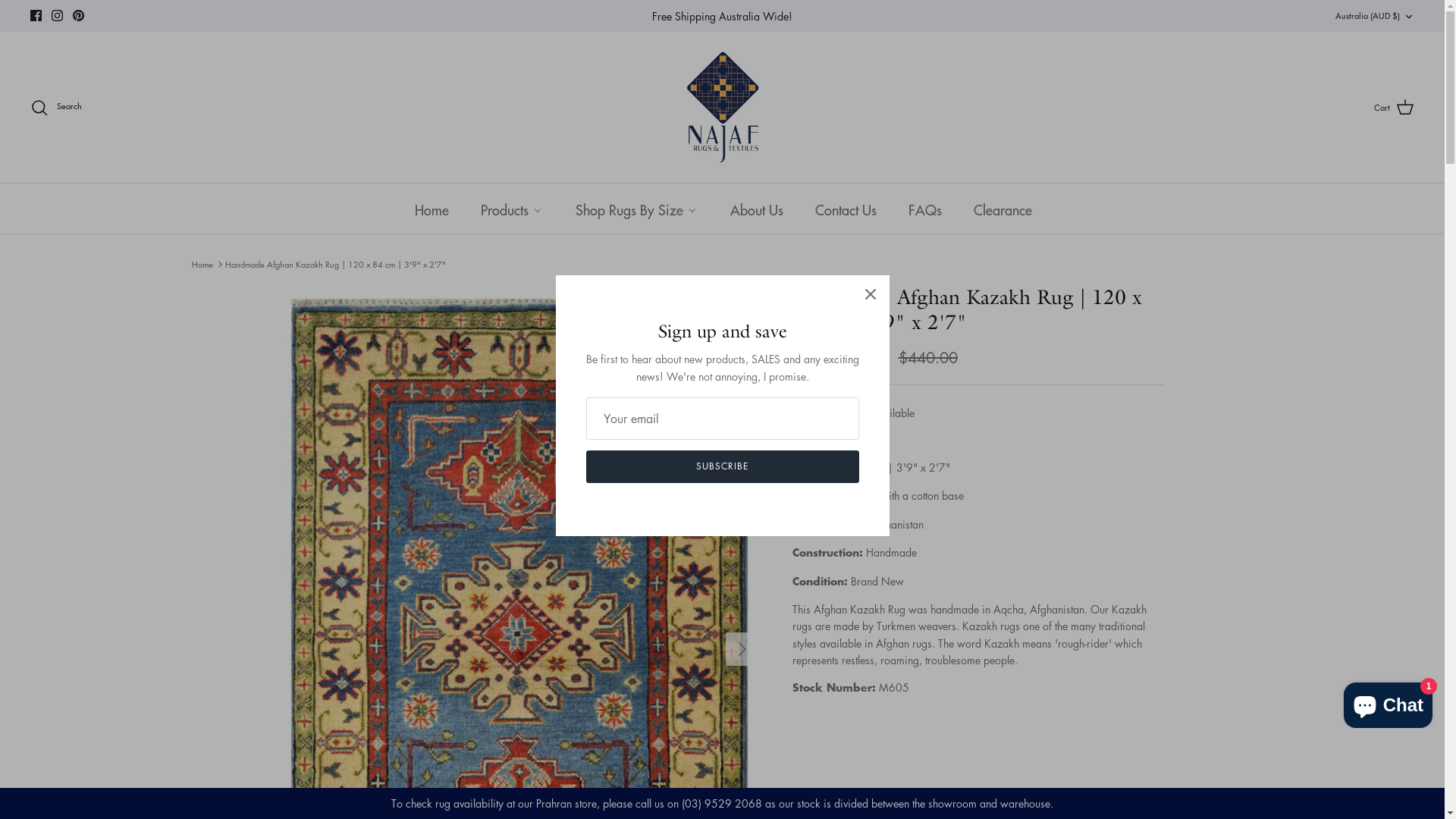  I want to click on 'Clearance', so click(1002, 208).